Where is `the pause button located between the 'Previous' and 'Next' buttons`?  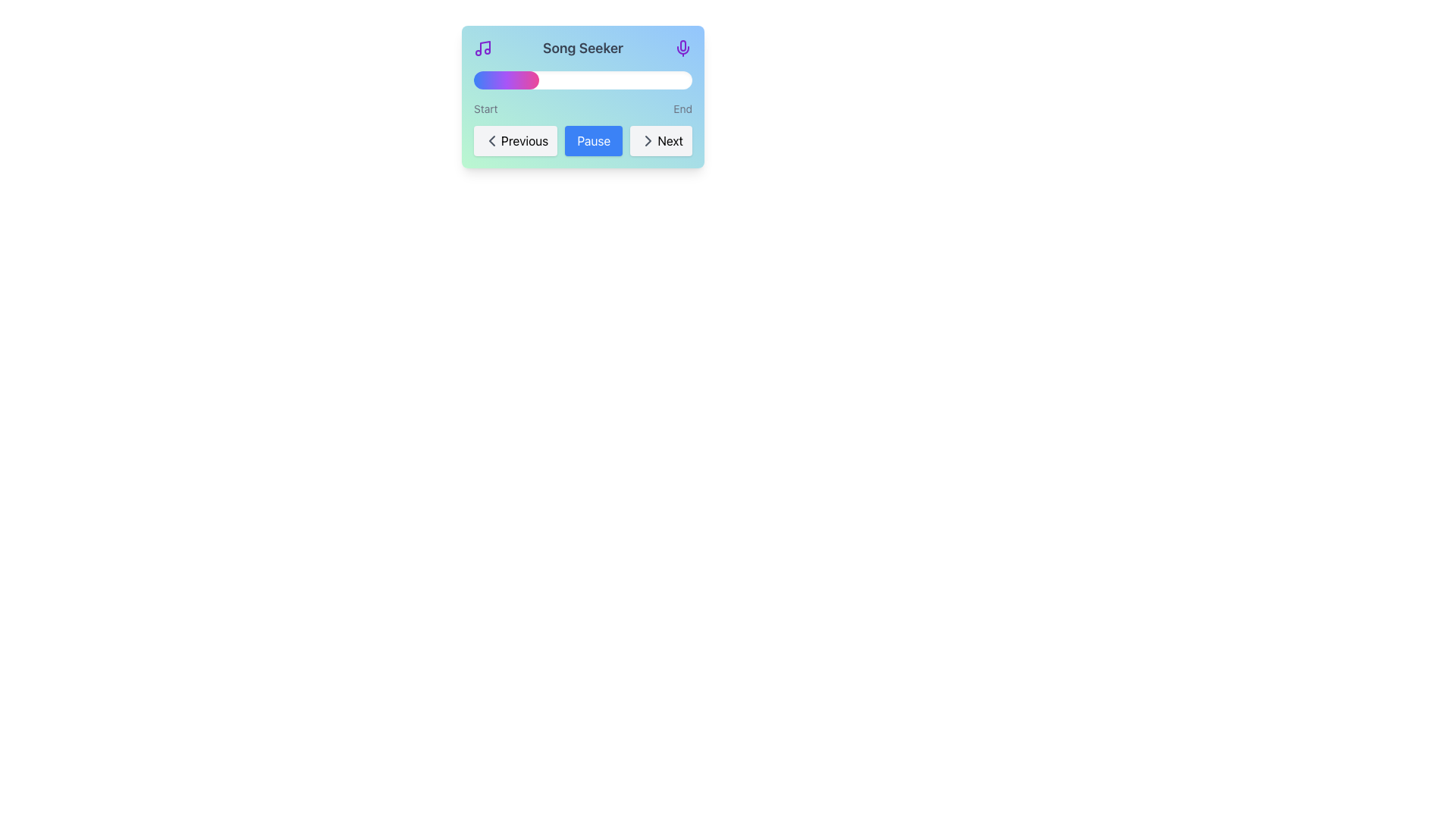
the pause button located between the 'Previous' and 'Next' buttons is located at coordinates (593, 140).